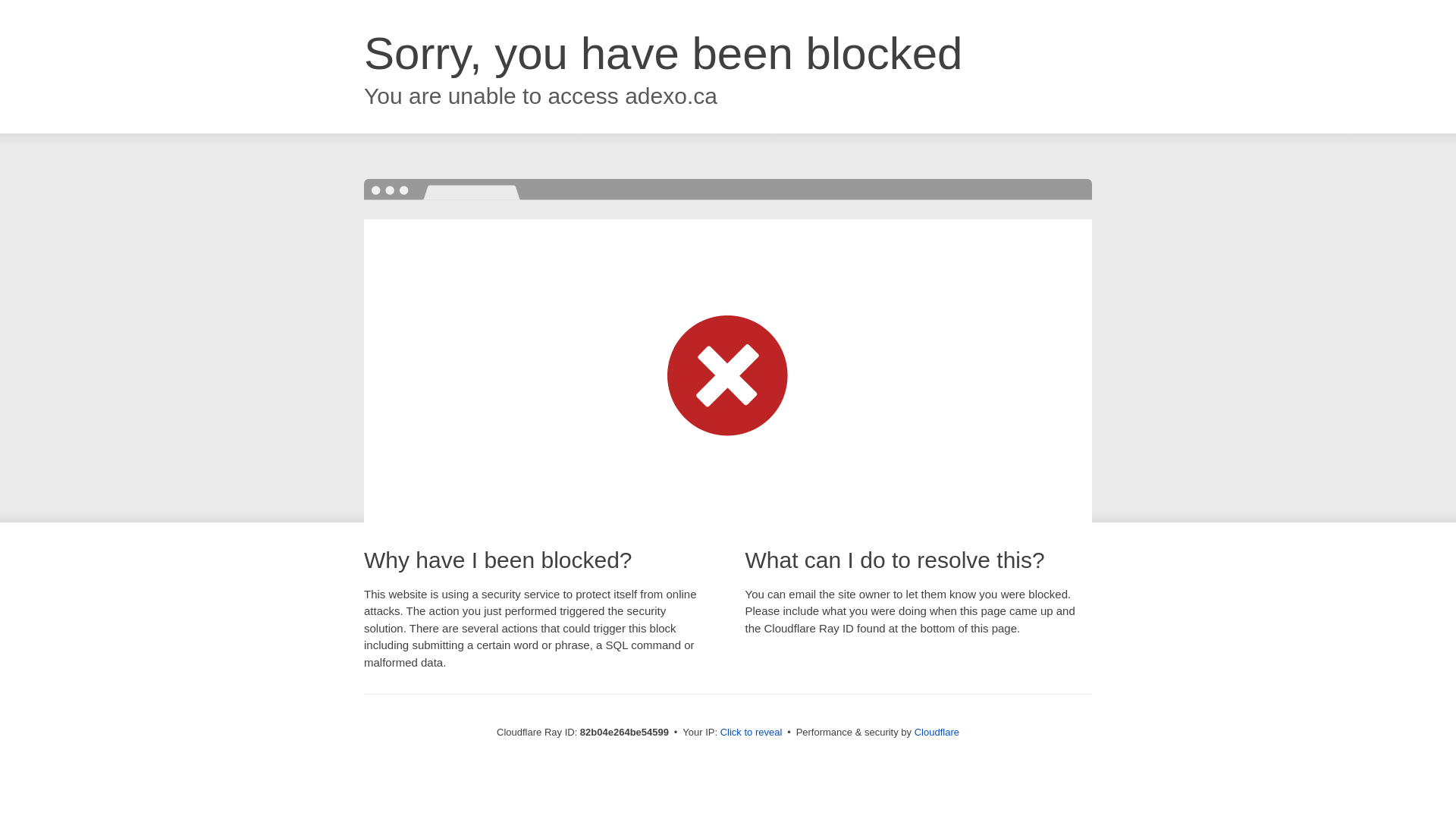 The image size is (1456, 819). What do you see at coordinates (751, 731) in the screenshot?
I see `'Click to reveal'` at bounding box center [751, 731].